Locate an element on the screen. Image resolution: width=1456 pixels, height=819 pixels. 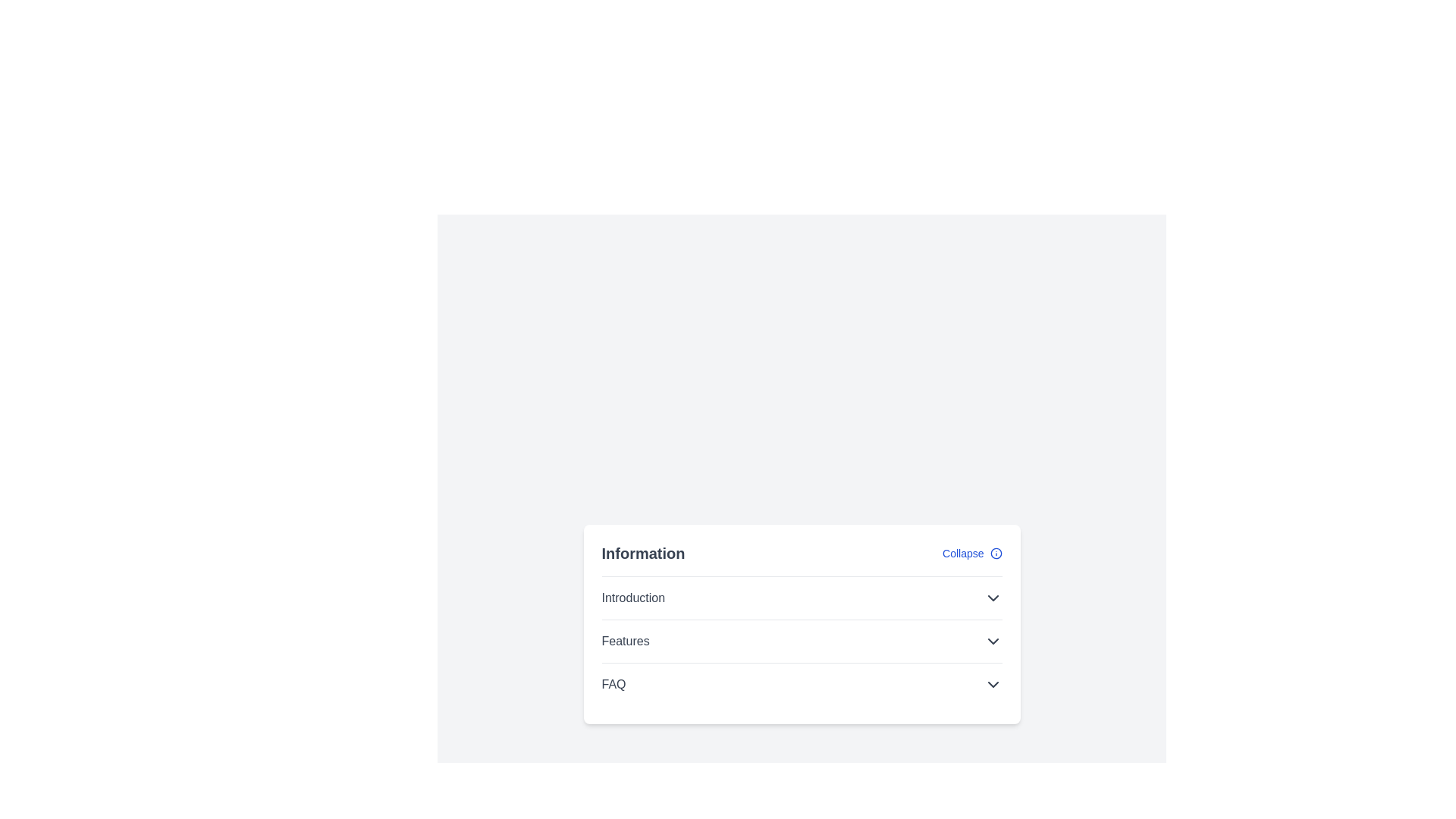
circular SVG graphic element located in the top-right corner of the 'Information' group, adjacent to the 'Collapse' text, to analyze its properties is located at coordinates (996, 553).